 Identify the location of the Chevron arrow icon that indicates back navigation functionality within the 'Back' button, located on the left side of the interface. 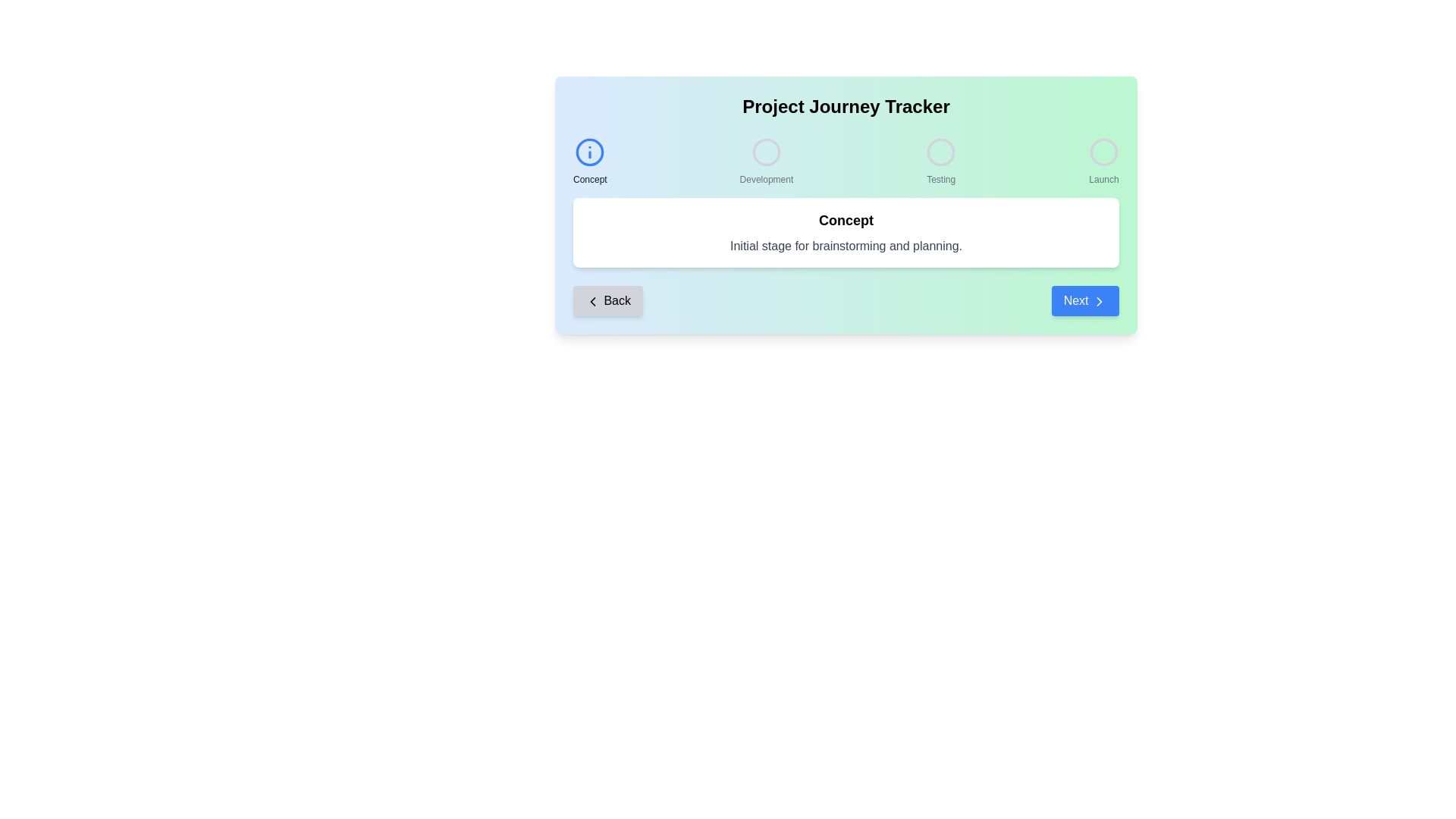
(592, 301).